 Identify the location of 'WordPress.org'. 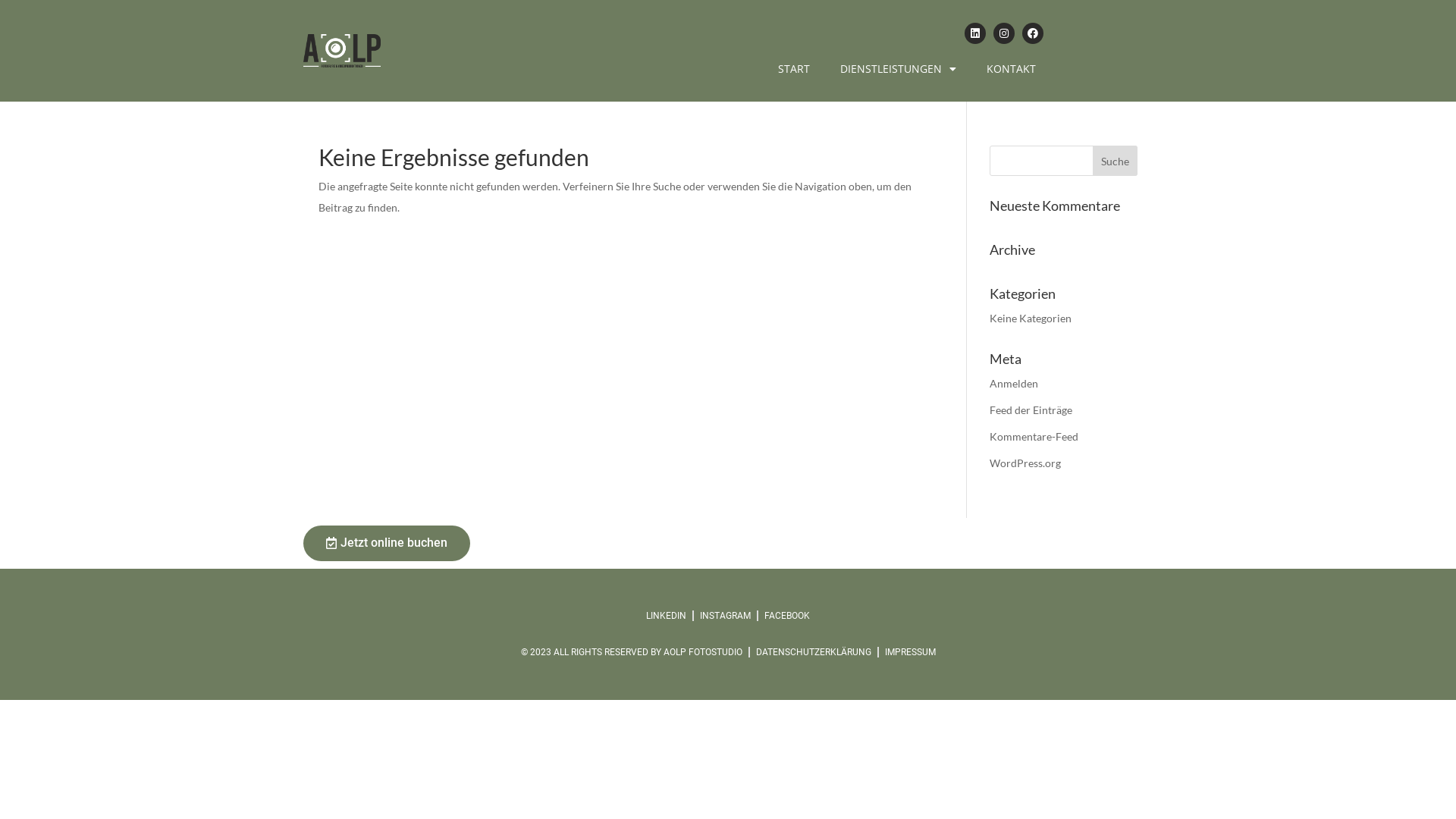
(1025, 462).